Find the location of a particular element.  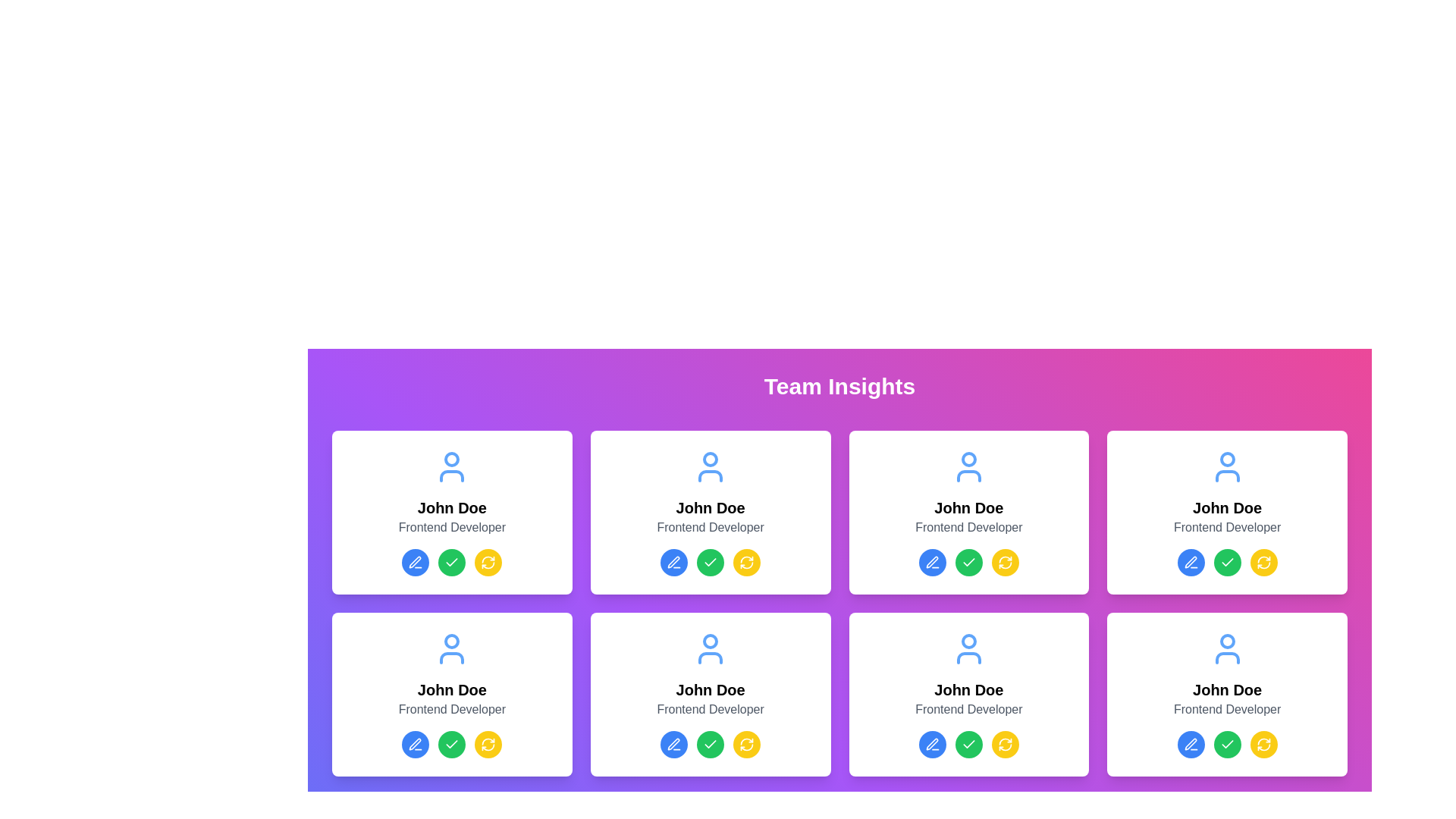

the green circular button with a checkmark icon inside, located at the bottom of a card containing the user 'John Doe', to confirm or approve is located at coordinates (1227, 744).